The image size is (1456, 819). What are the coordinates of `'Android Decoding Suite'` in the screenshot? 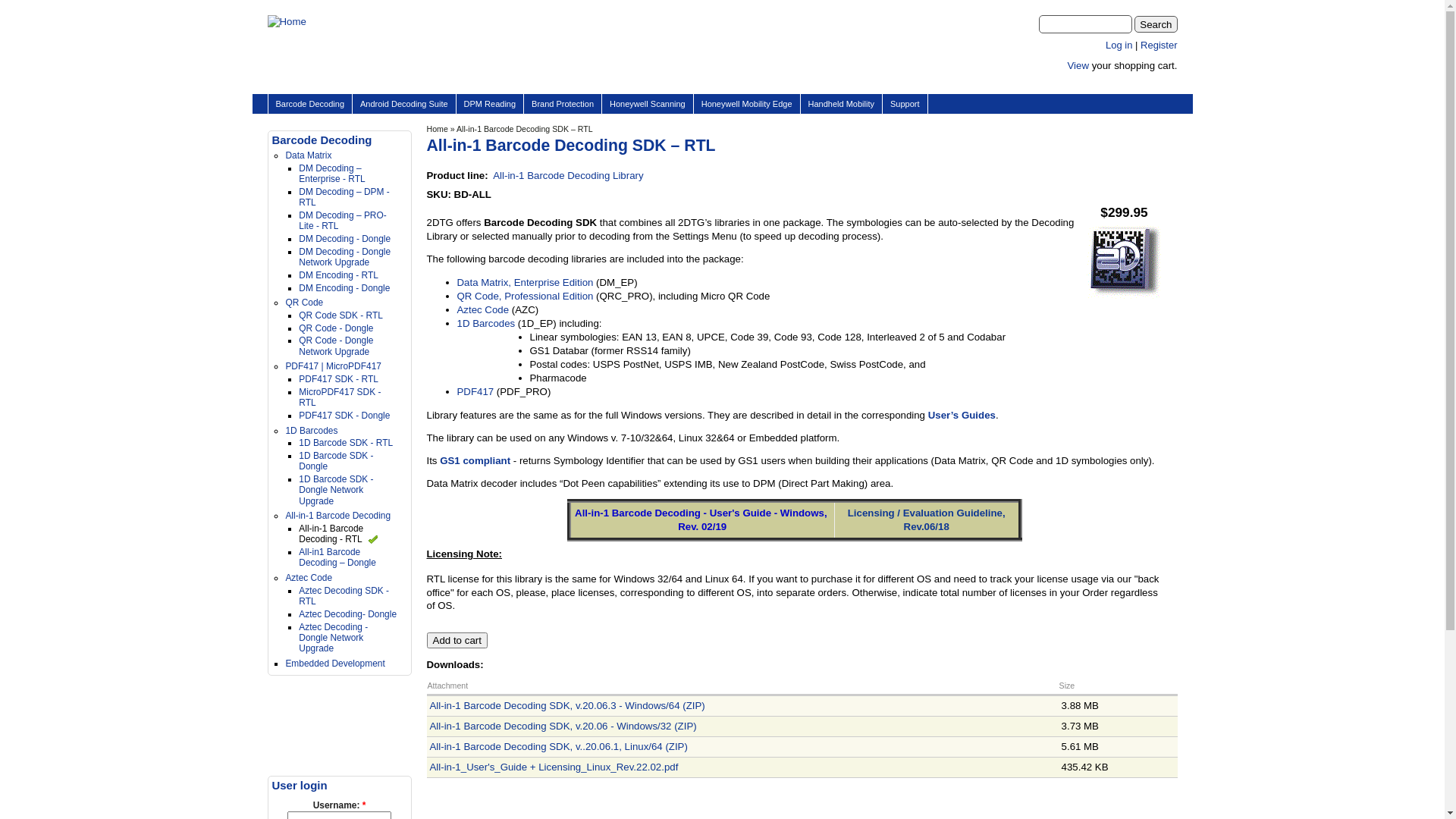 It's located at (403, 103).